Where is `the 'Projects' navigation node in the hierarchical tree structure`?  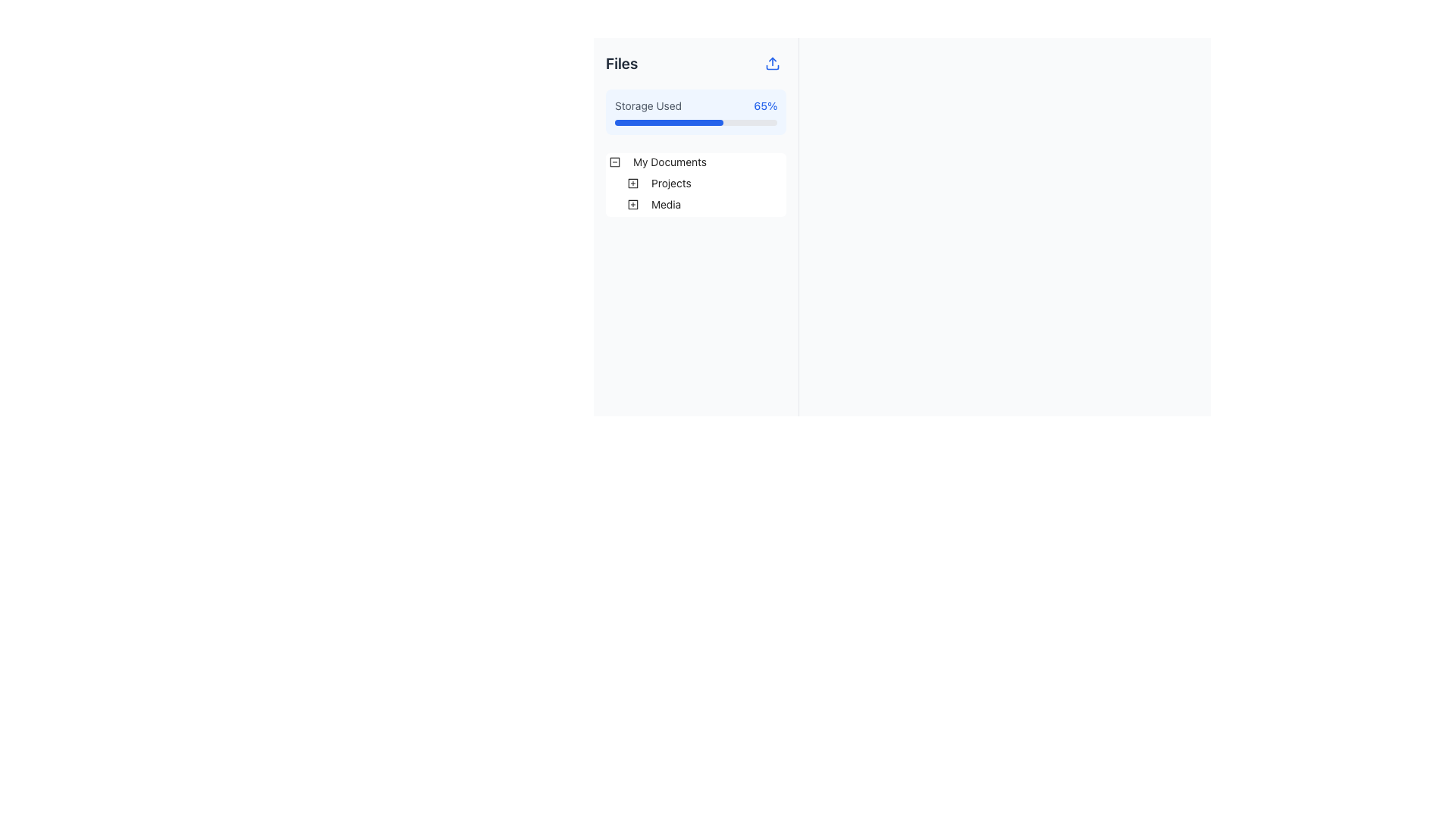 the 'Projects' navigation node in the hierarchical tree structure is located at coordinates (670, 182).